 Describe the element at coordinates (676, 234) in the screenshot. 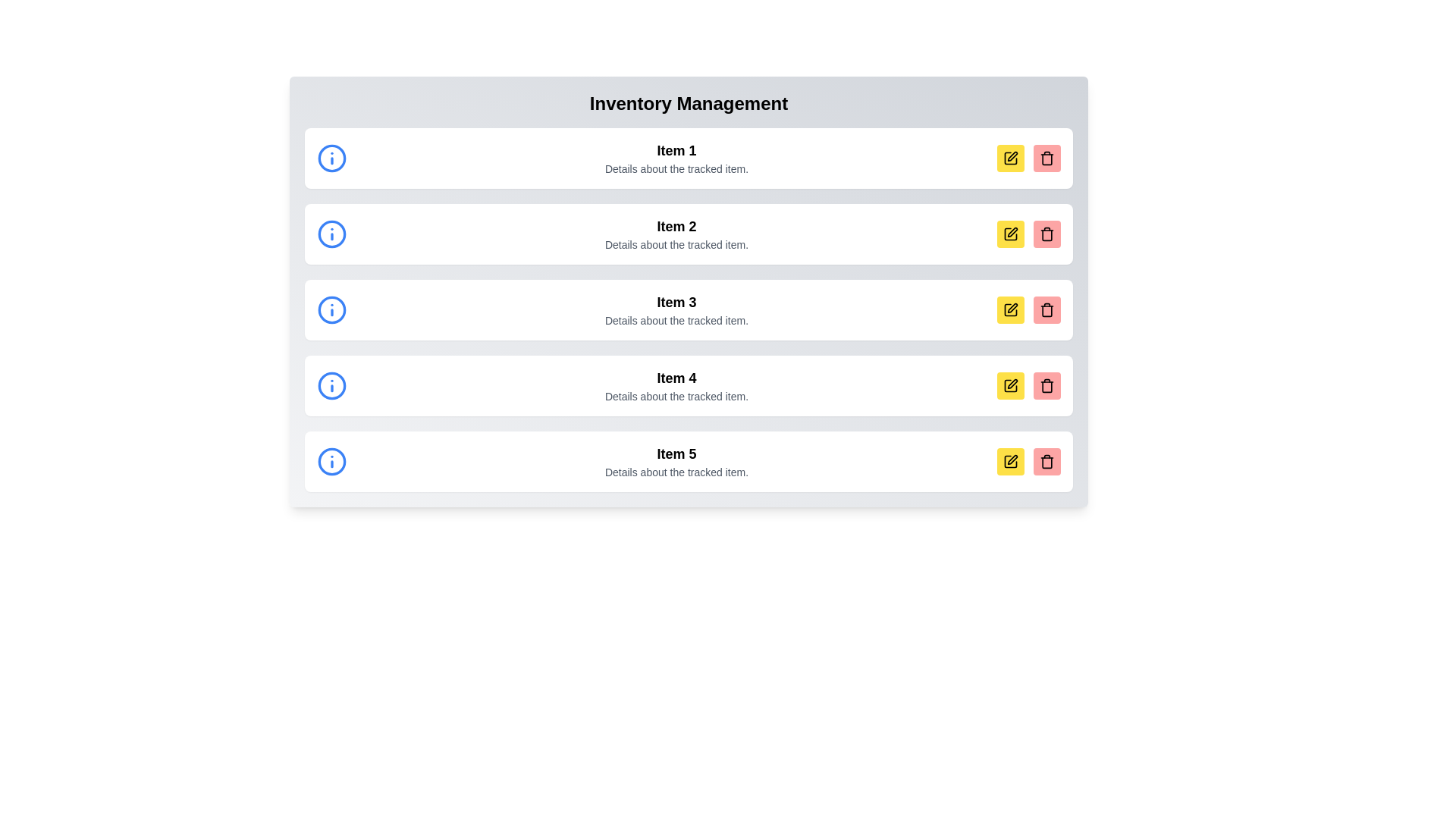

I see `the text block containing 'Item 2' and 'Details about the tracked item.' in the Inventory Management section` at that location.